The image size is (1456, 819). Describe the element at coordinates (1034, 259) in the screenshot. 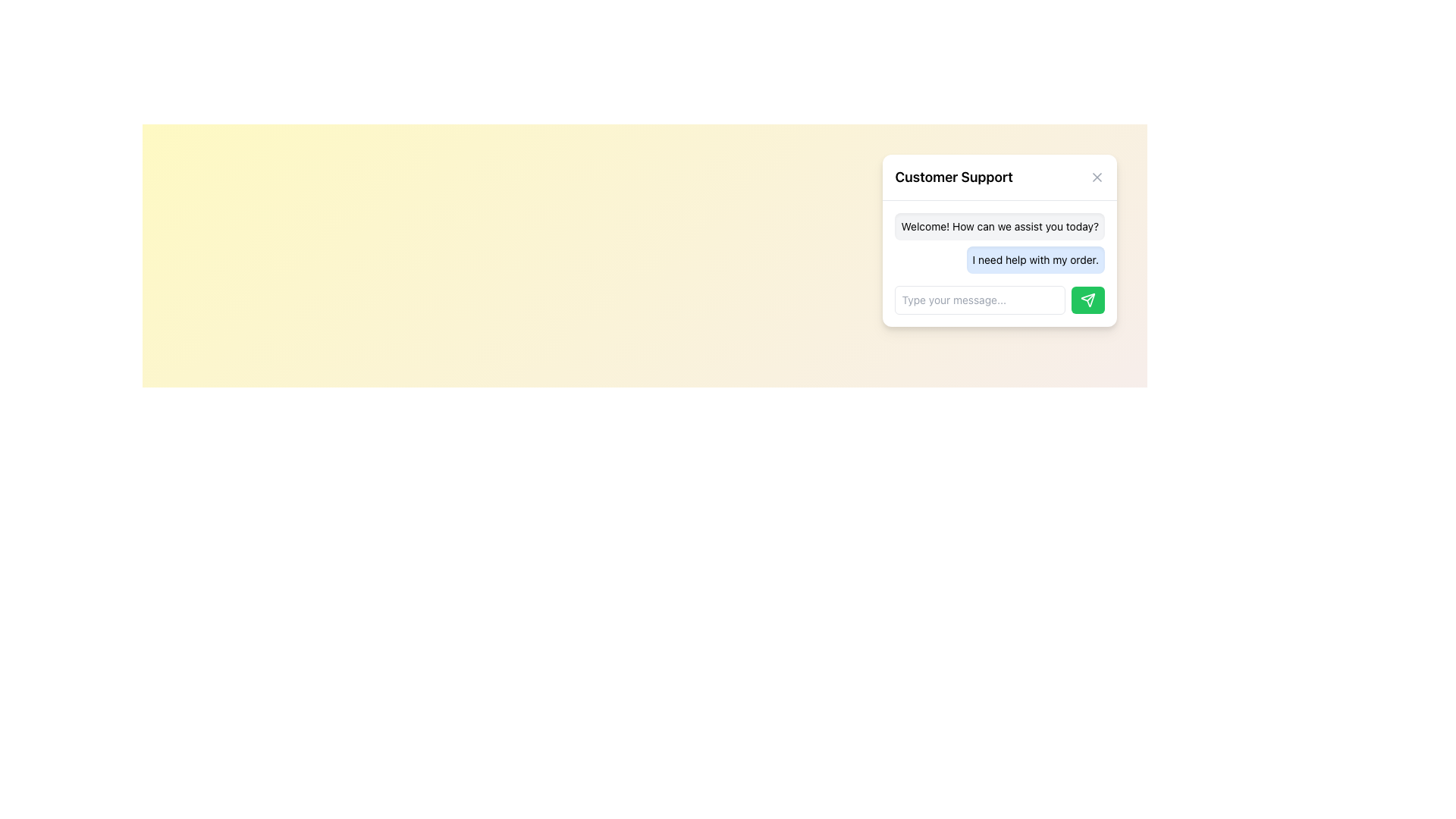

I see `the blue speech bubble containing the text 'I need help with my order.'` at that location.